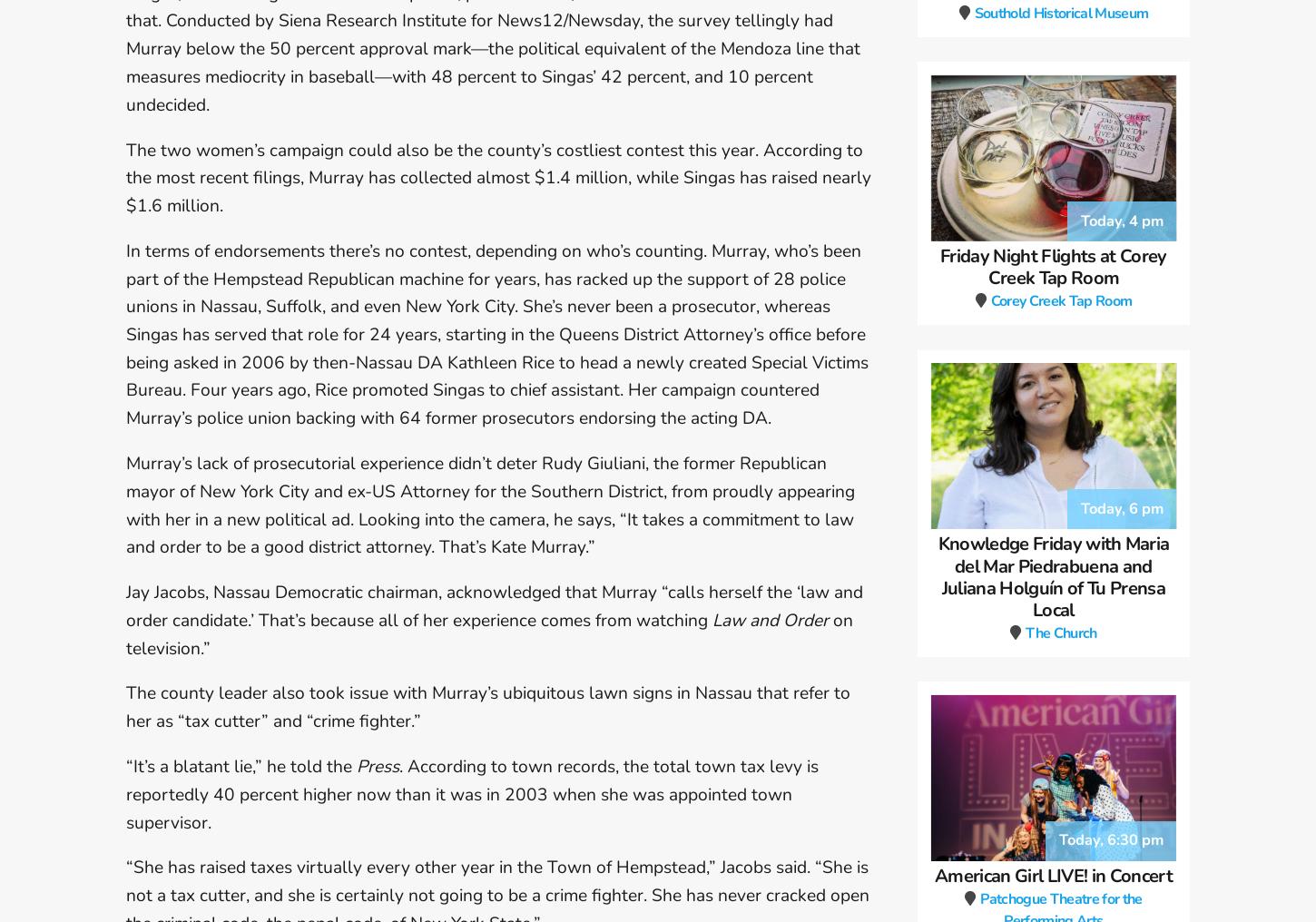 This screenshot has width=1316, height=922. Describe the element at coordinates (769, 618) in the screenshot. I see `'Law and Order'` at that location.